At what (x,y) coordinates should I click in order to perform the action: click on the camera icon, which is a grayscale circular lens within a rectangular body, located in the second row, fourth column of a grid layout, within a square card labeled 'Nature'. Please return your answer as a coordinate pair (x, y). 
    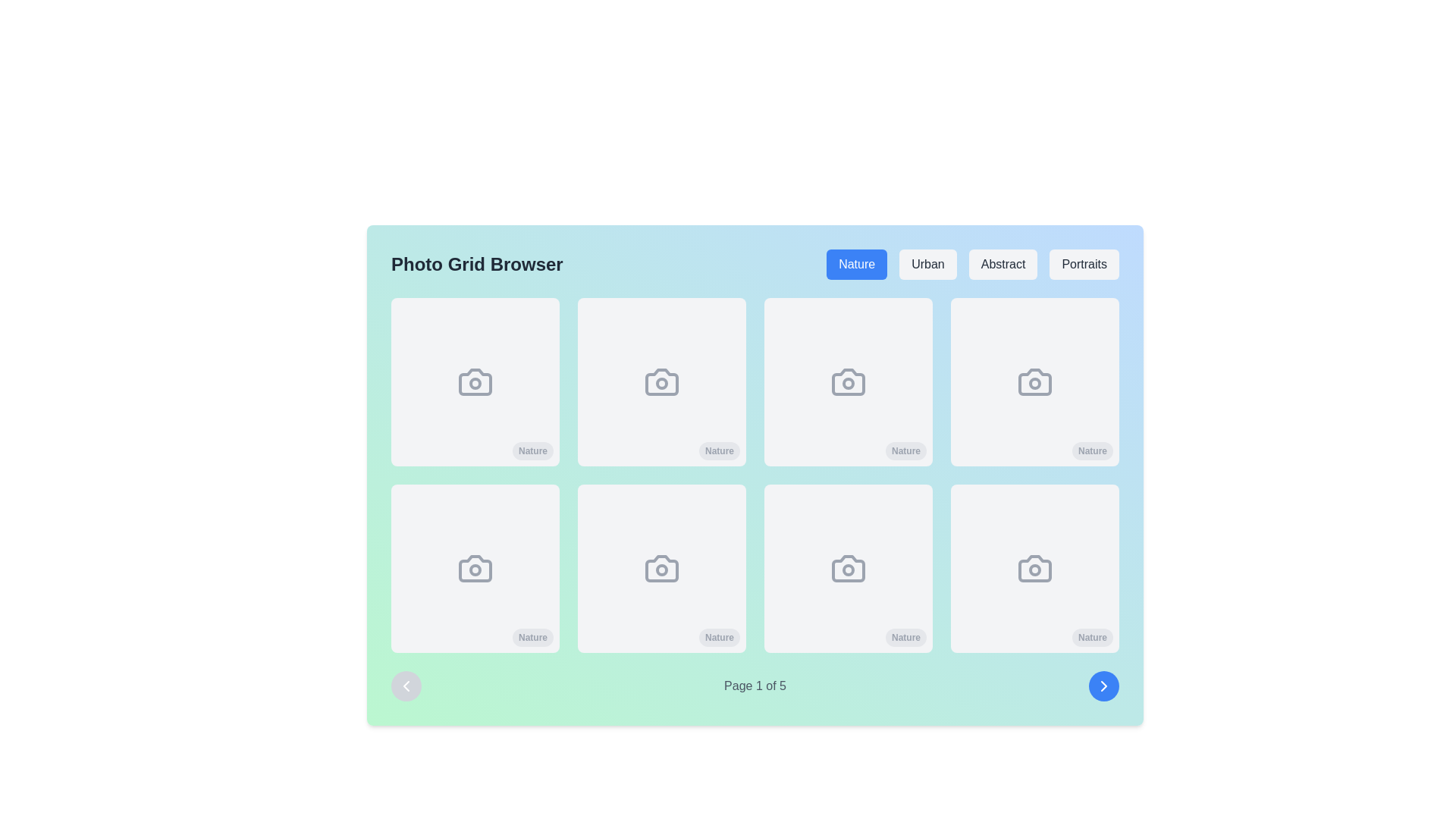
    Looking at the image, I should click on (847, 568).